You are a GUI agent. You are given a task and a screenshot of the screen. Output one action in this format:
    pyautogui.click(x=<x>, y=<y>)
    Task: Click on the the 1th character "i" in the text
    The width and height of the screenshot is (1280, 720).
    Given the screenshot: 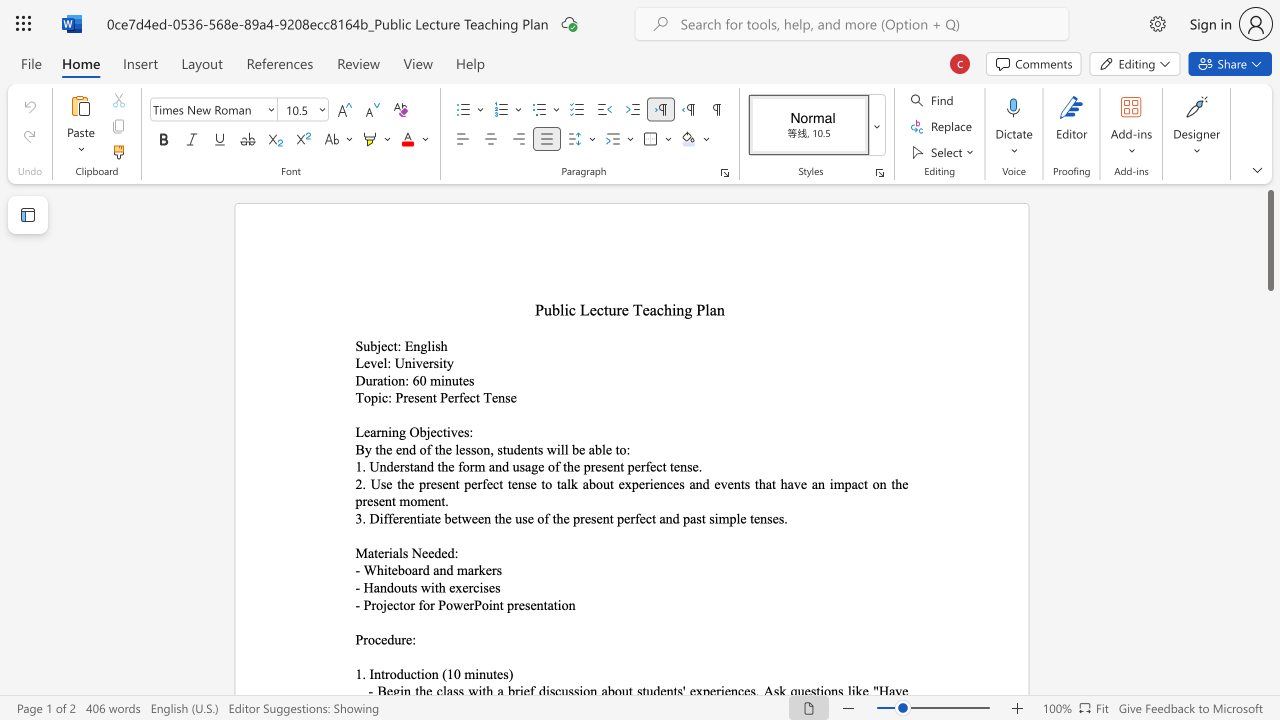 What is the action you would take?
    pyautogui.click(x=431, y=586)
    